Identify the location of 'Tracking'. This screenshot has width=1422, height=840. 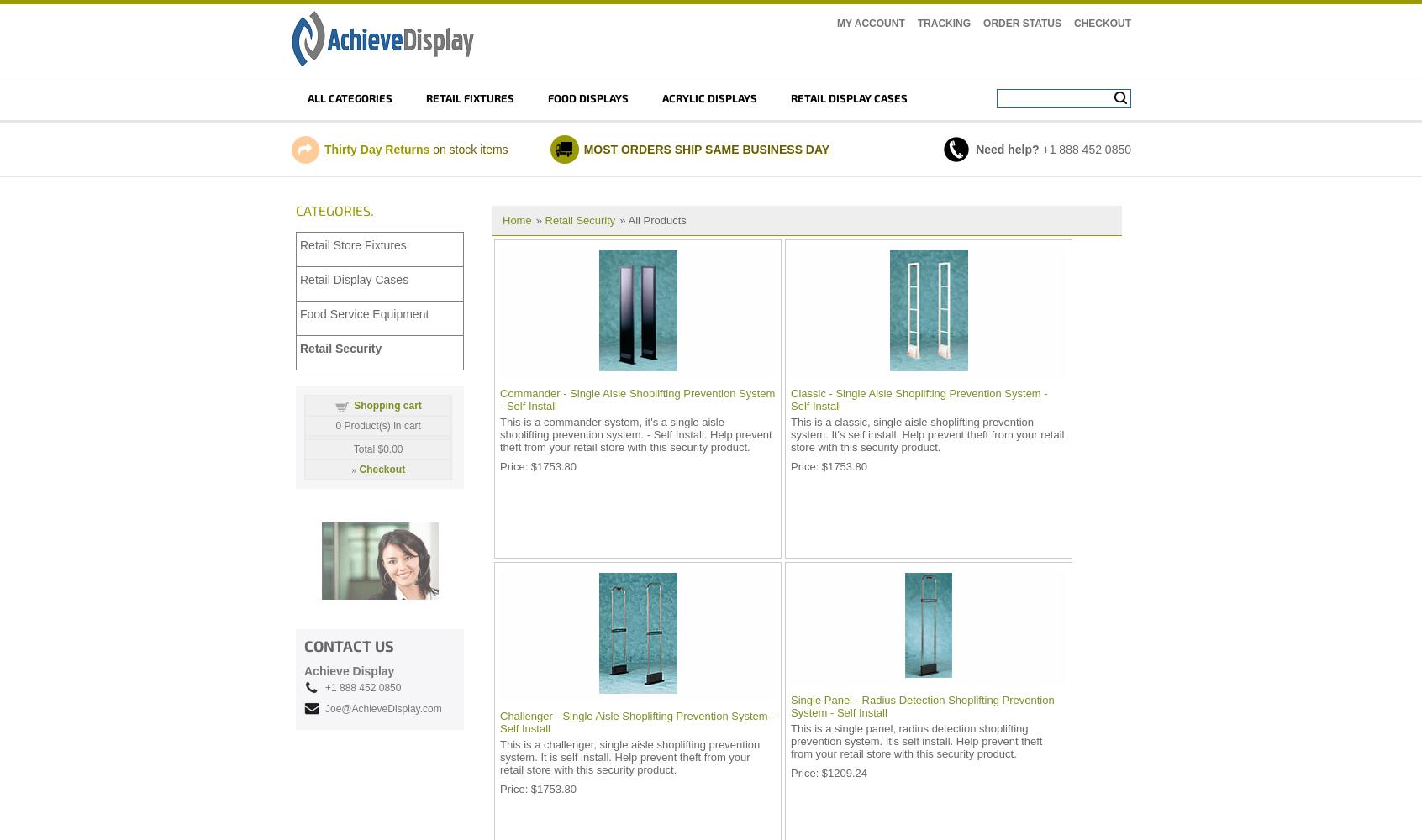
(943, 24).